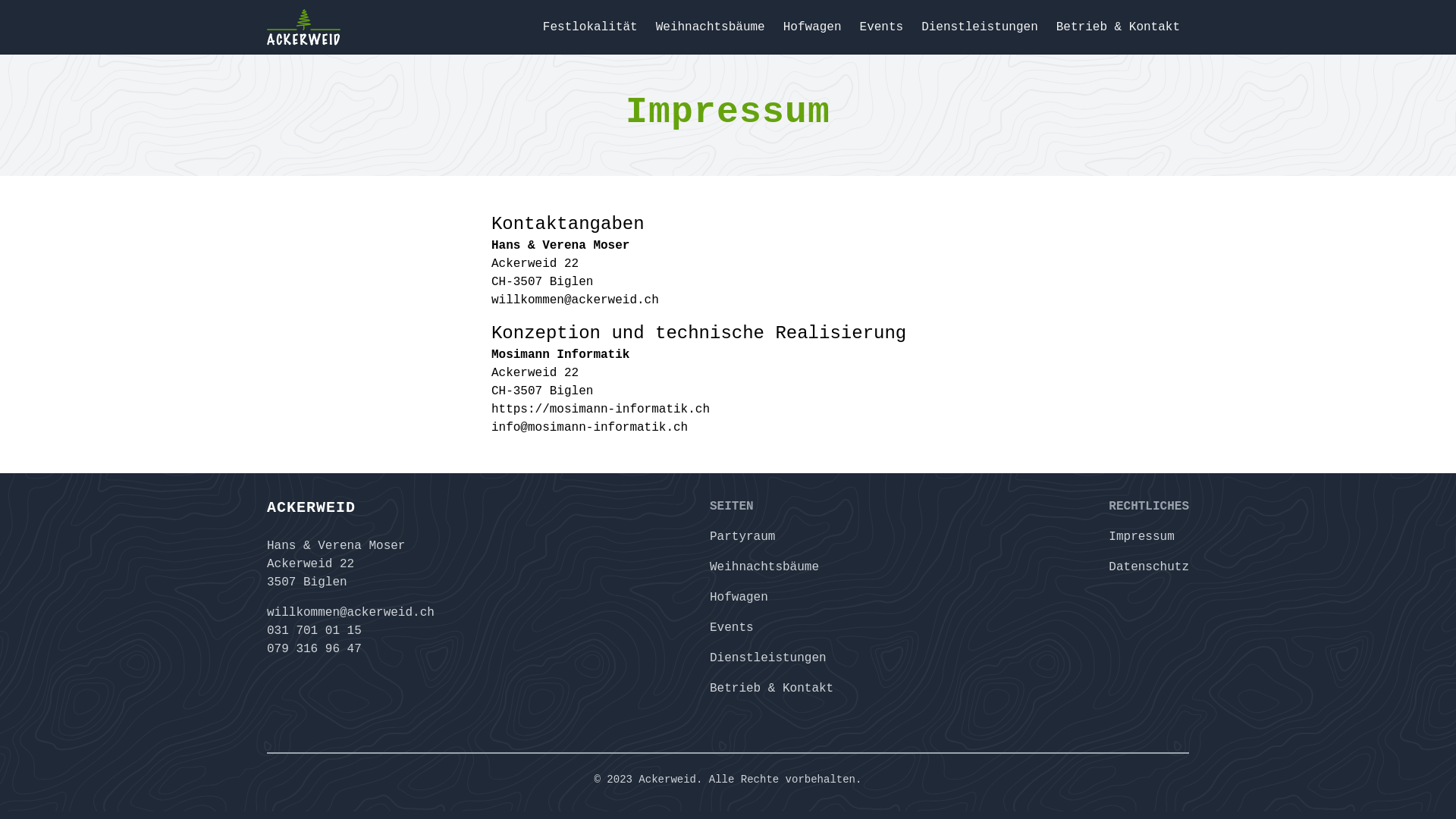 The width and height of the screenshot is (1456, 819). What do you see at coordinates (266, 648) in the screenshot?
I see `'079 316 96 47'` at bounding box center [266, 648].